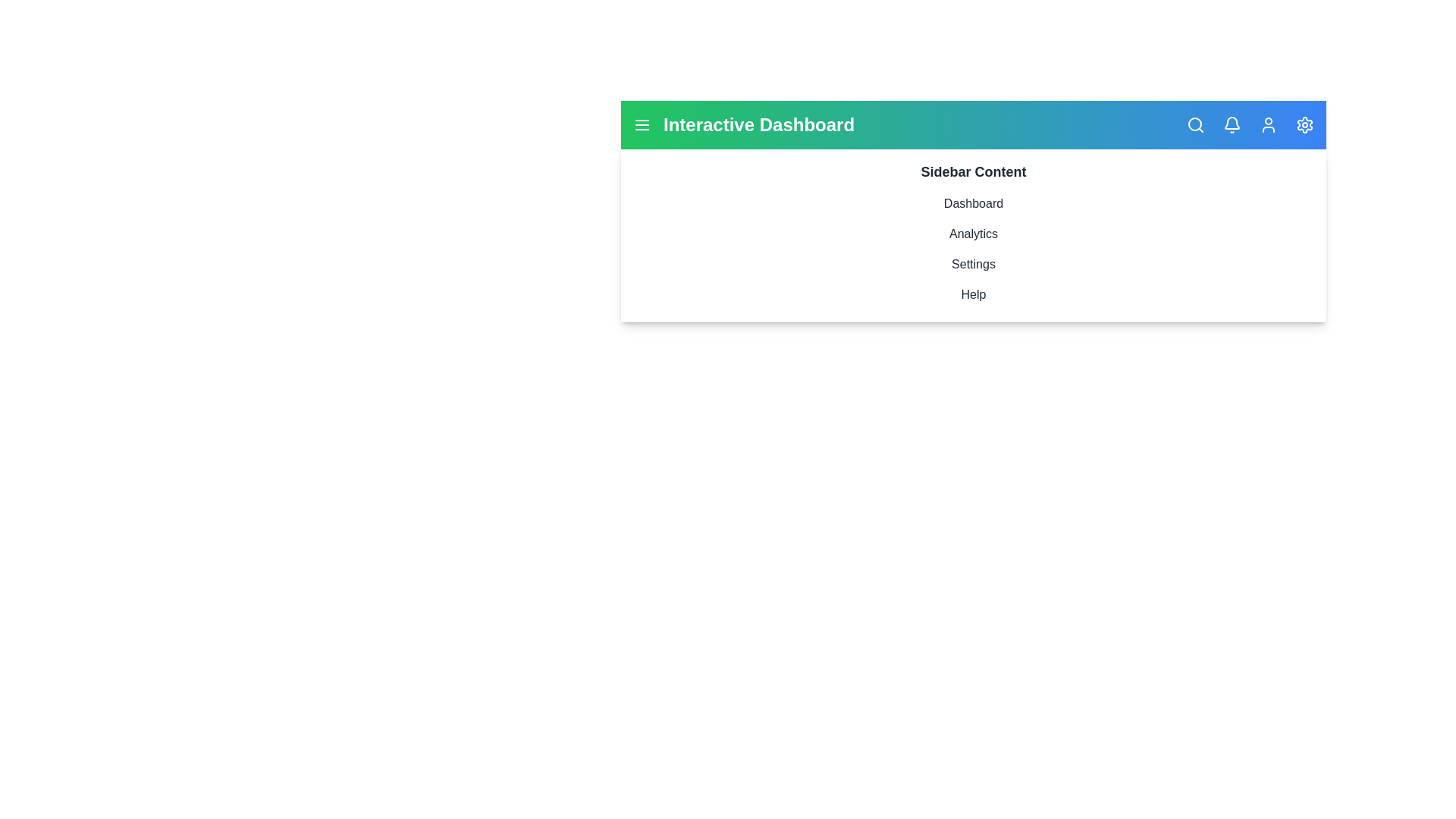 The height and width of the screenshot is (819, 1456). Describe the element at coordinates (759, 124) in the screenshot. I see `the header text 'Interactive Dashboard'` at that location.